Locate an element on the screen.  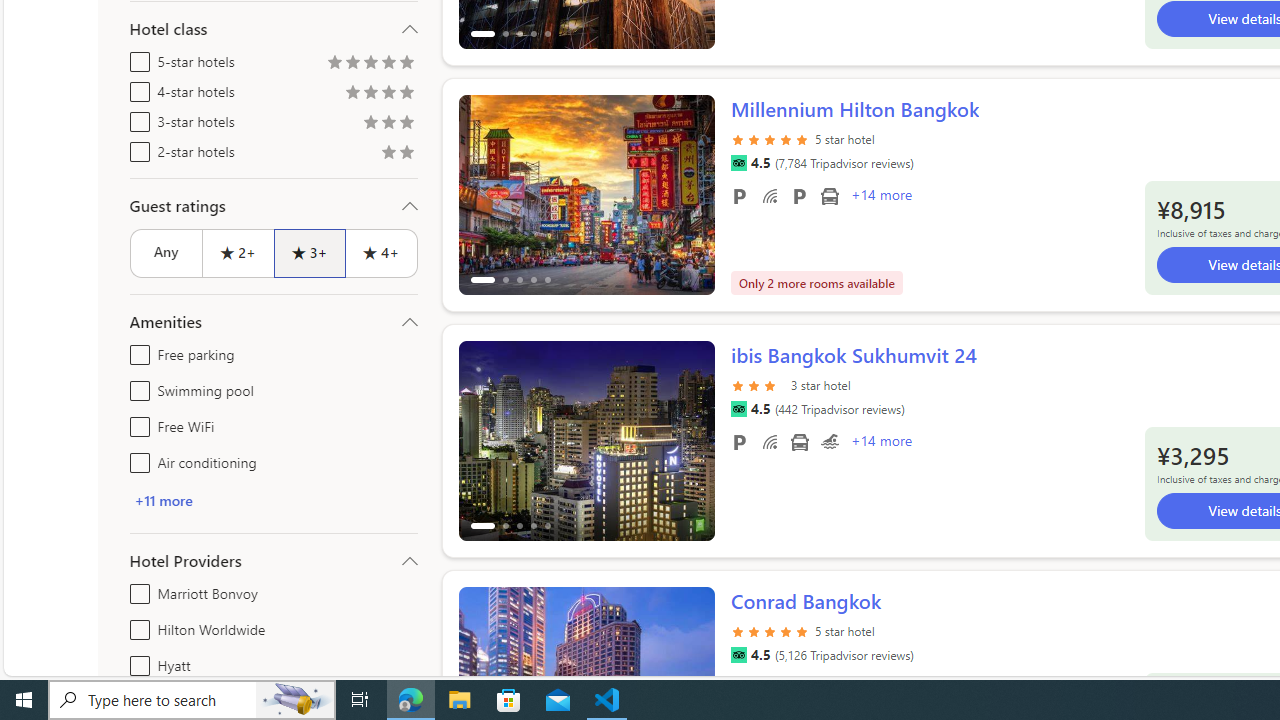
'Hotel class' is located at coordinates (272, 29).